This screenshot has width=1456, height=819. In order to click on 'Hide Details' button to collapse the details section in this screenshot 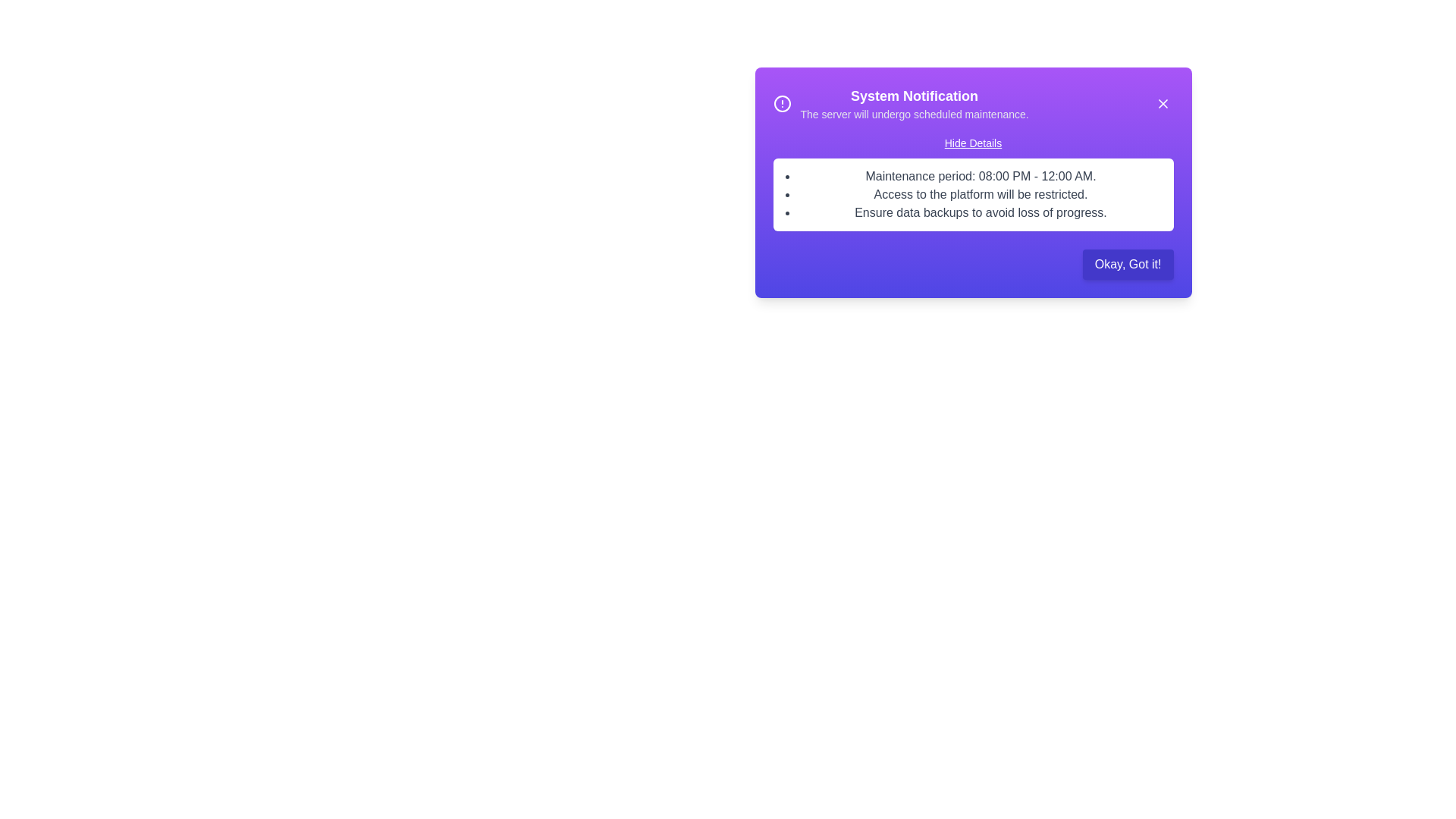, I will do `click(972, 143)`.